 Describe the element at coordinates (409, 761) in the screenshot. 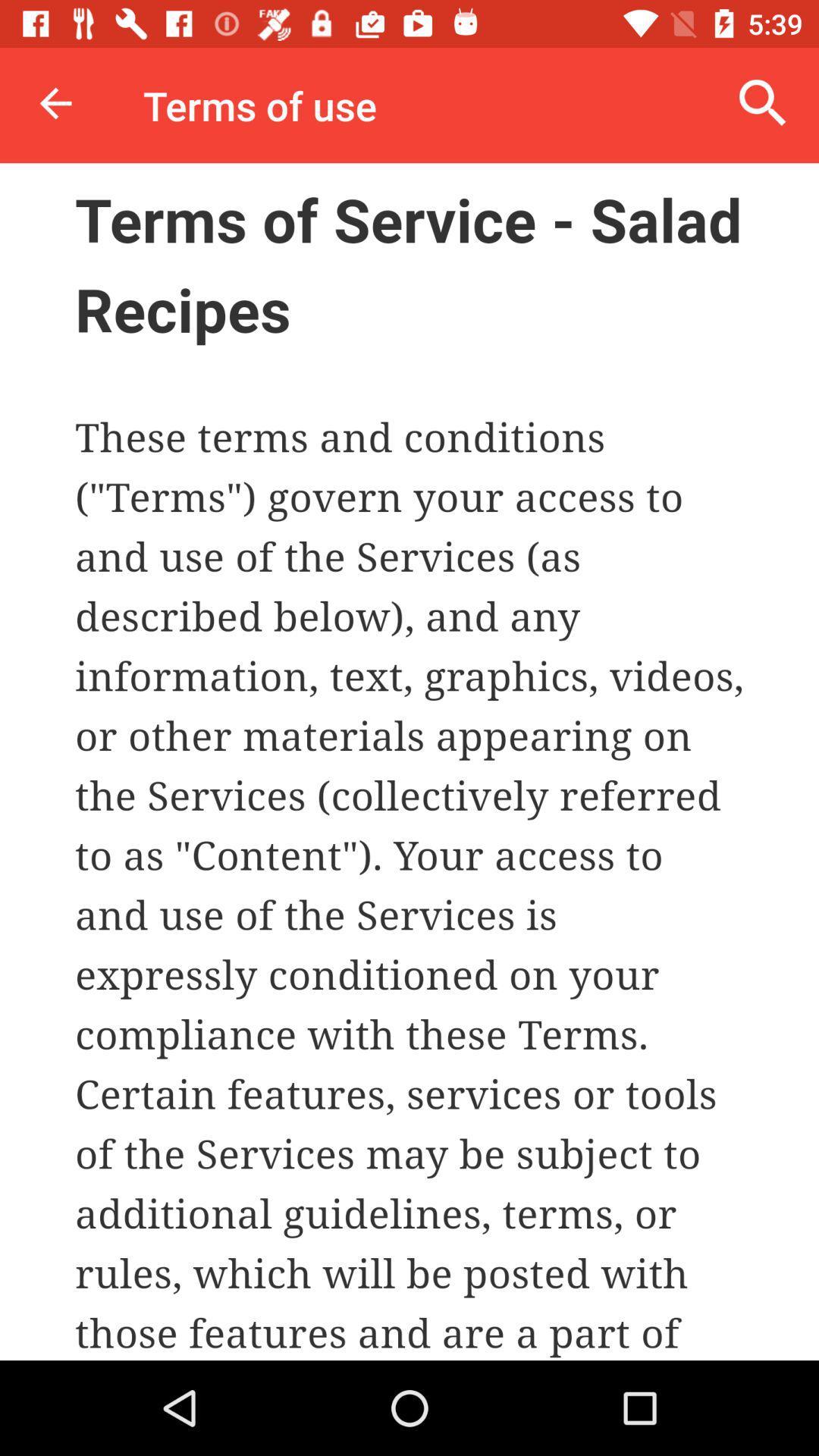

I see `main page` at that location.